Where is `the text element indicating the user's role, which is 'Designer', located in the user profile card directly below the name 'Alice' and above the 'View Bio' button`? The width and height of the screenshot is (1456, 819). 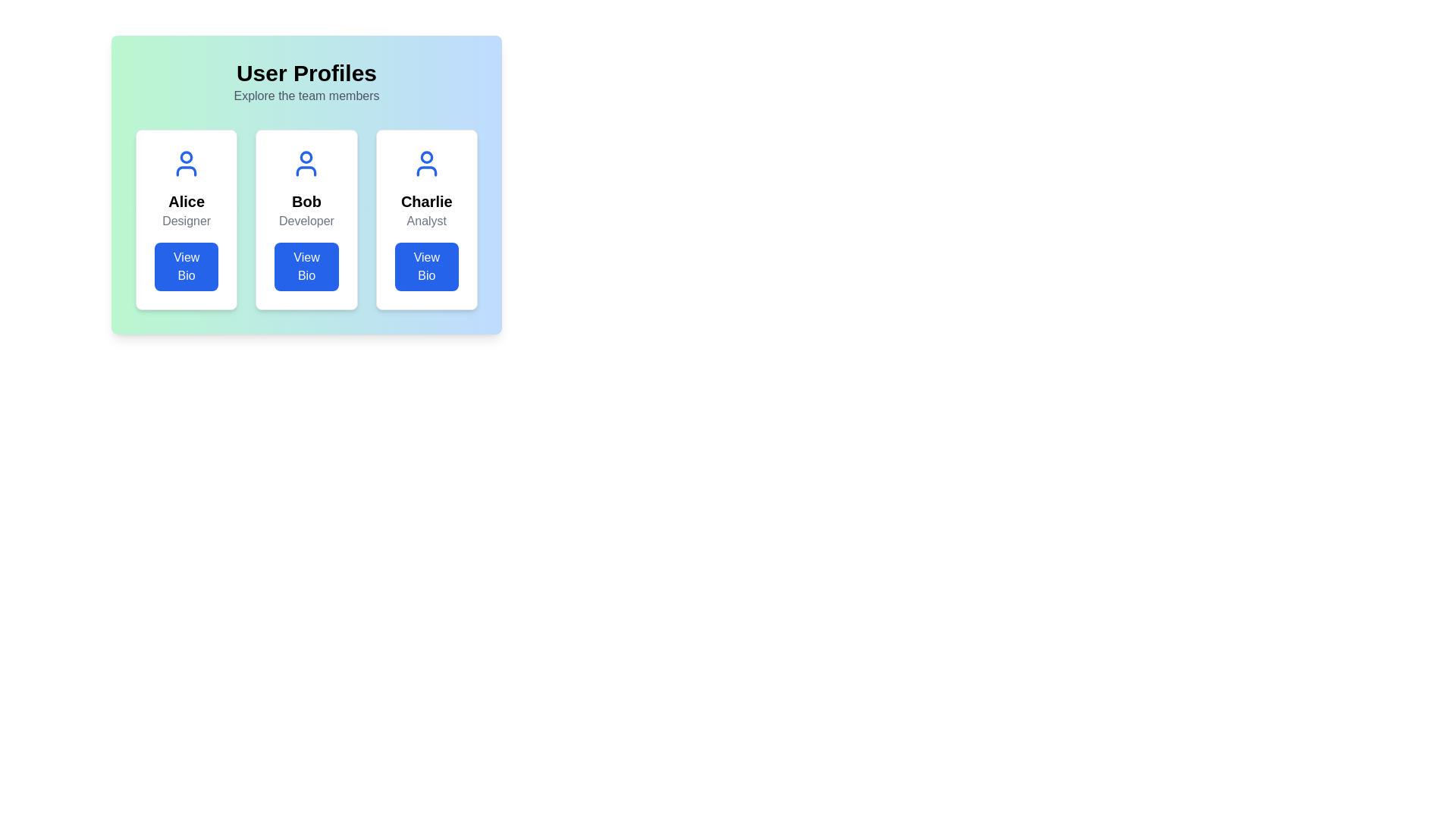 the text element indicating the user's role, which is 'Designer', located in the user profile card directly below the name 'Alice' and above the 'View Bio' button is located at coordinates (186, 221).